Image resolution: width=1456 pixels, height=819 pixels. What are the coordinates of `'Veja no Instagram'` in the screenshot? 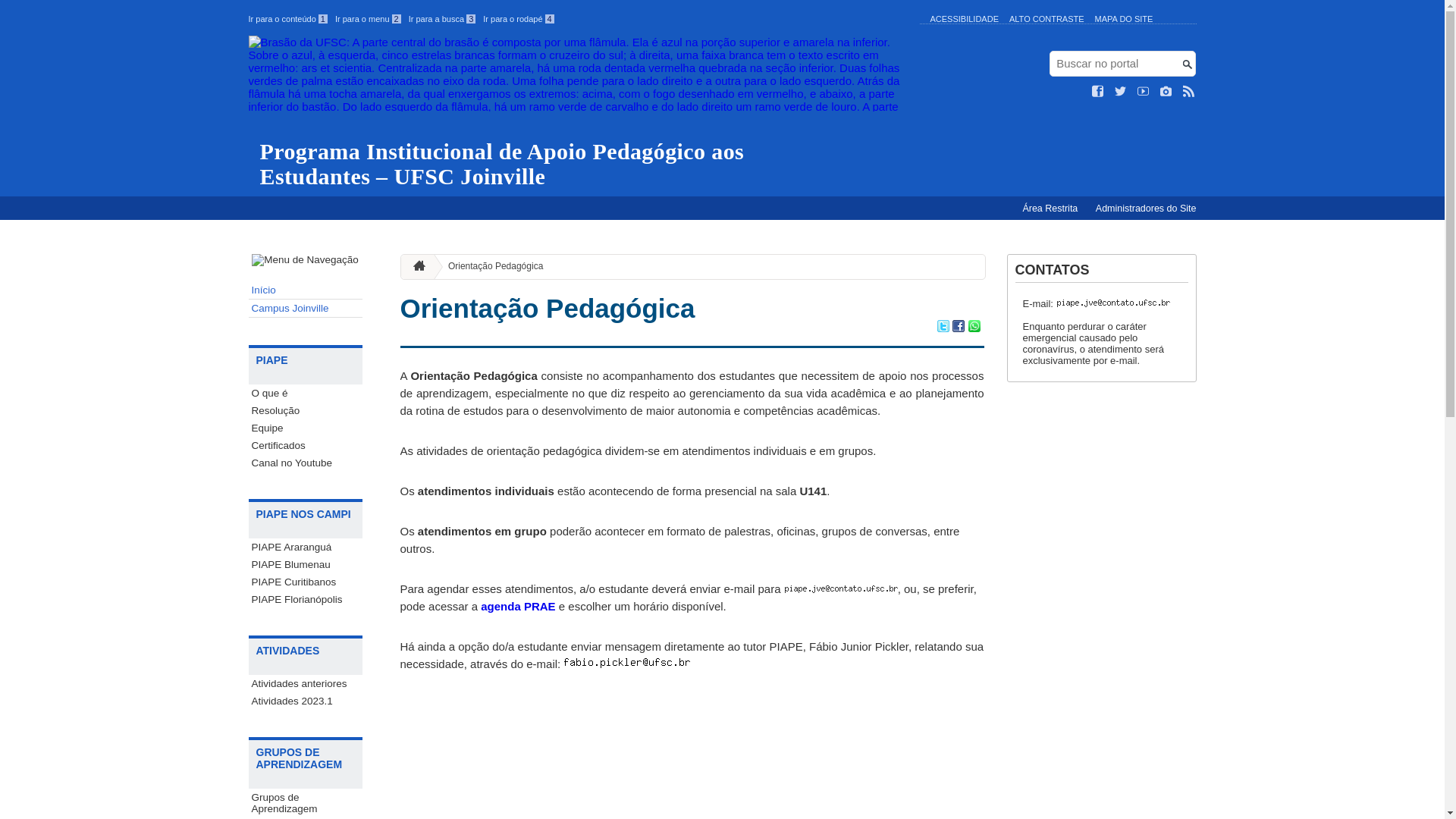 It's located at (1165, 91).